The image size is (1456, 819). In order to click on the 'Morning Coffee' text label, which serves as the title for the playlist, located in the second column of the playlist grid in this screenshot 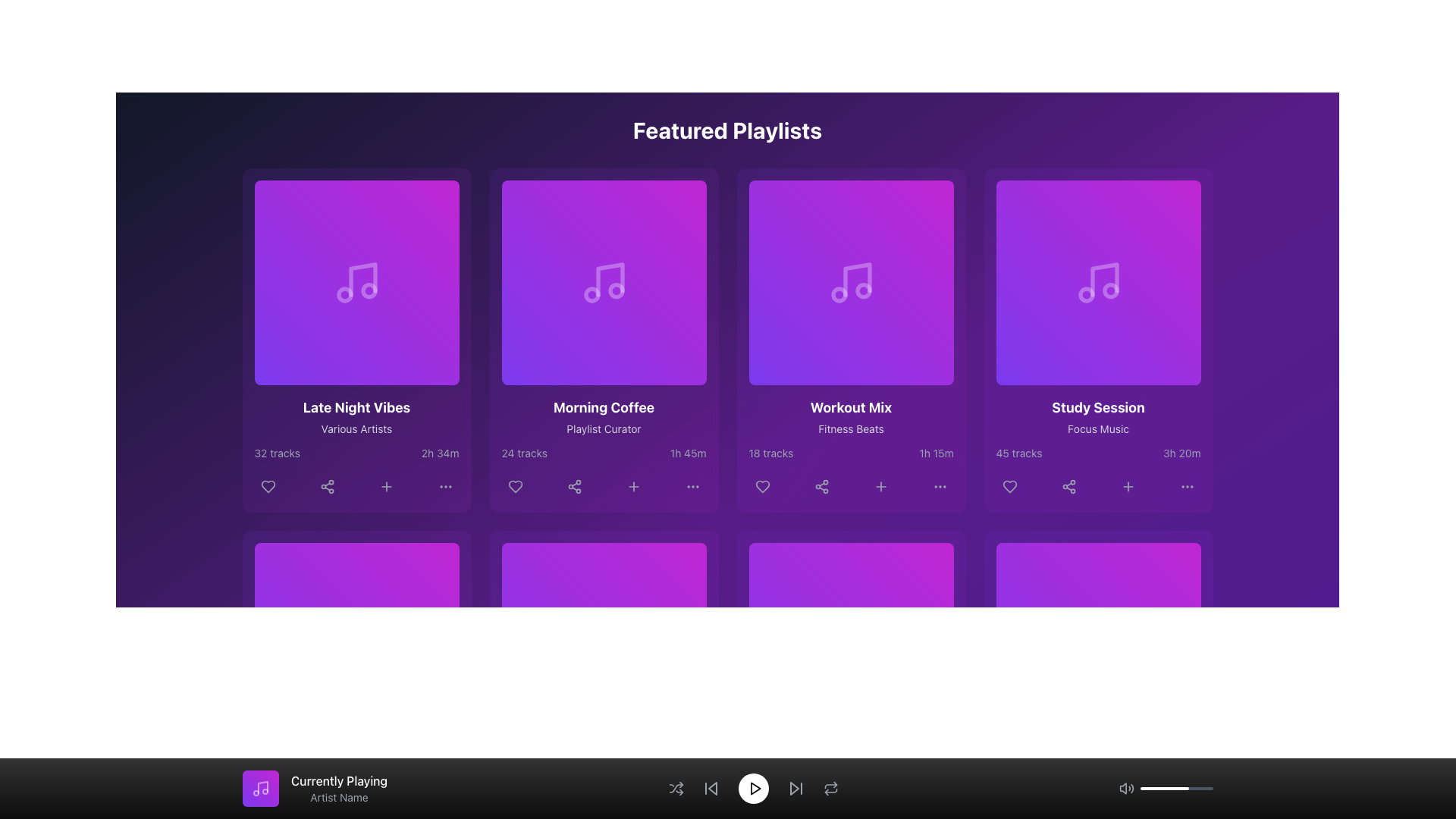, I will do `click(603, 406)`.